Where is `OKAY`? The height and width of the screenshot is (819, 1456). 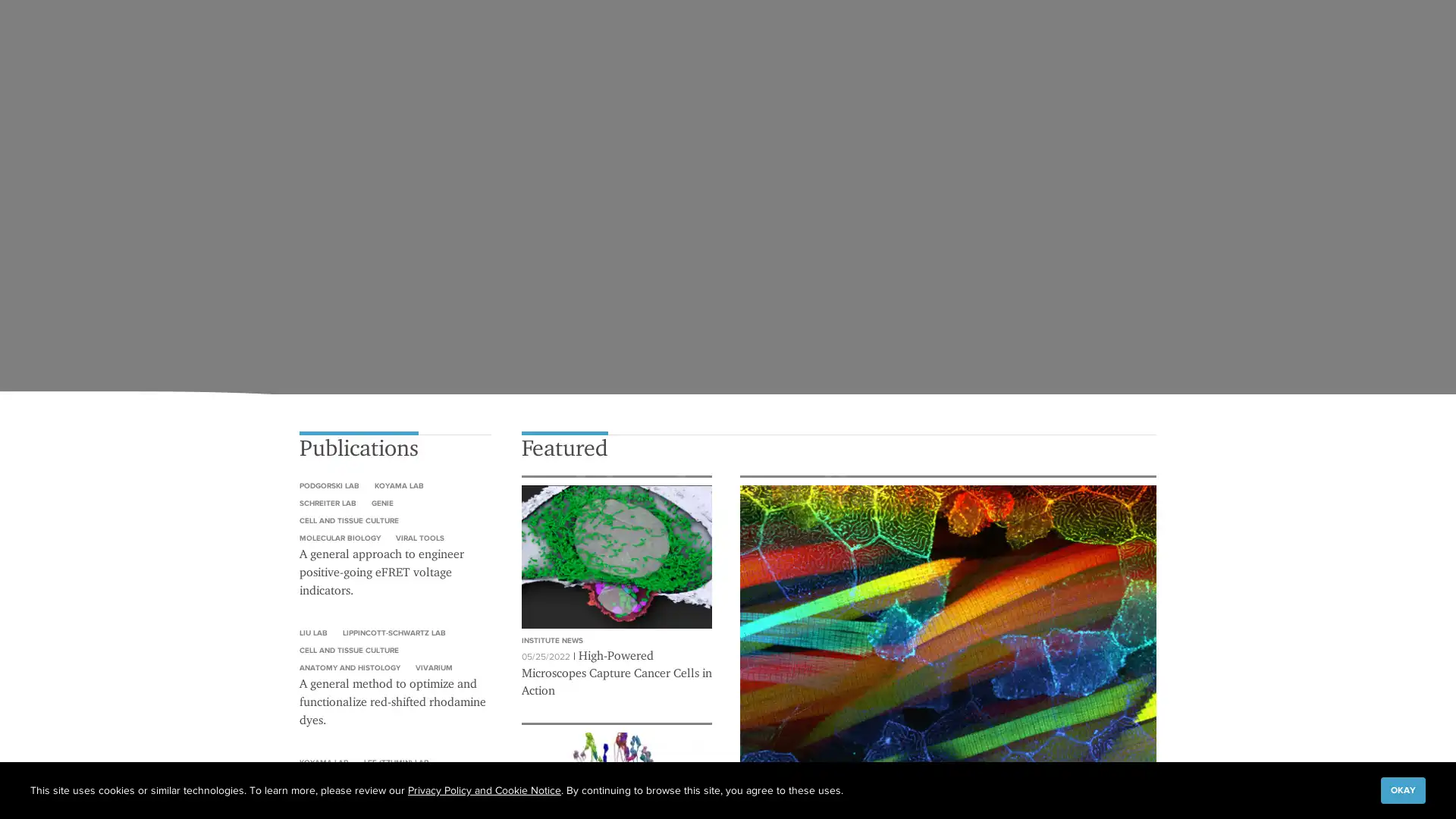
OKAY is located at coordinates (1402, 789).